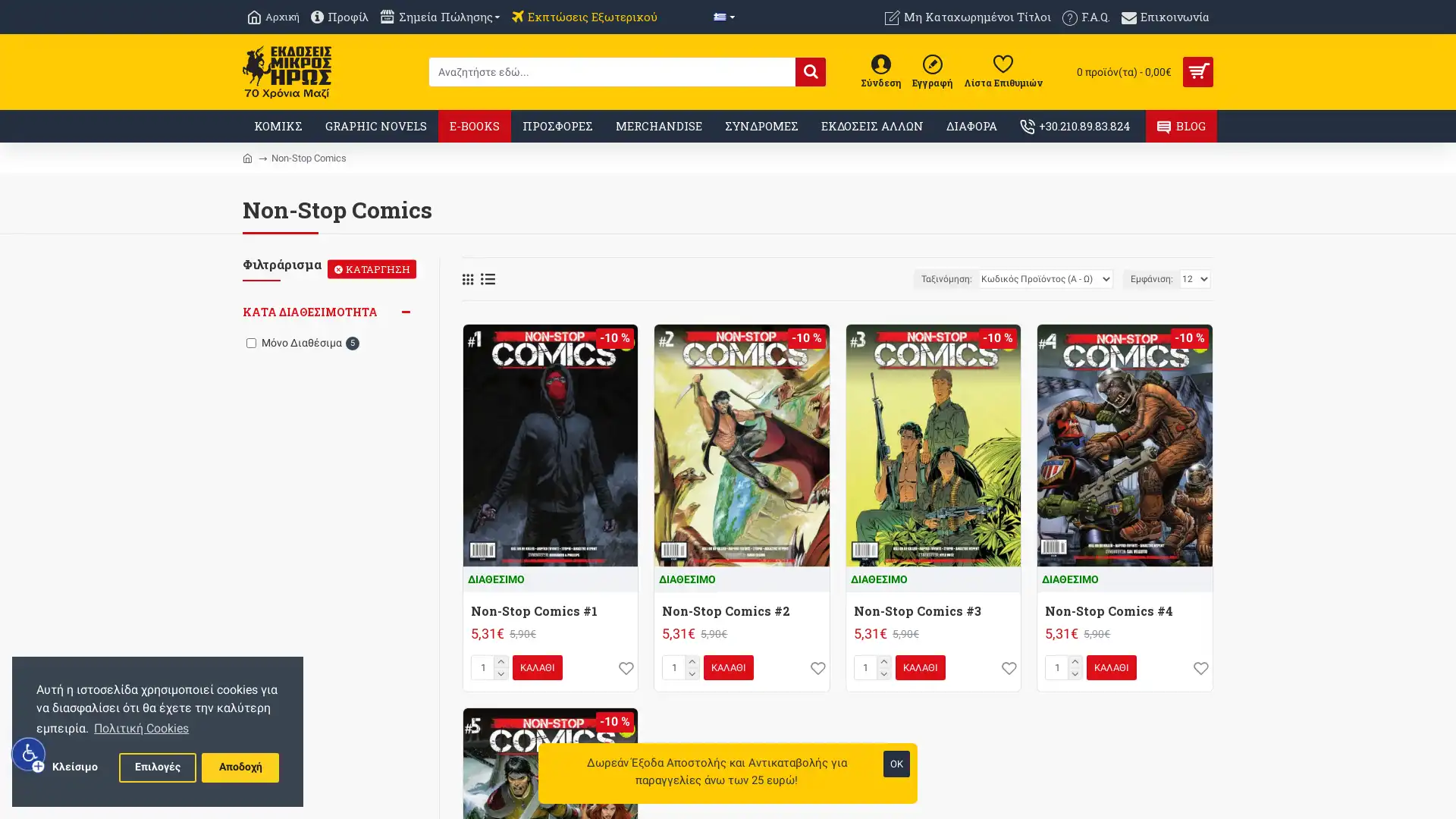 Image resolution: width=1456 pixels, height=819 pixels. What do you see at coordinates (239, 767) in the screenshot?
I see `allow cookies` at bounding box center [239, 767].